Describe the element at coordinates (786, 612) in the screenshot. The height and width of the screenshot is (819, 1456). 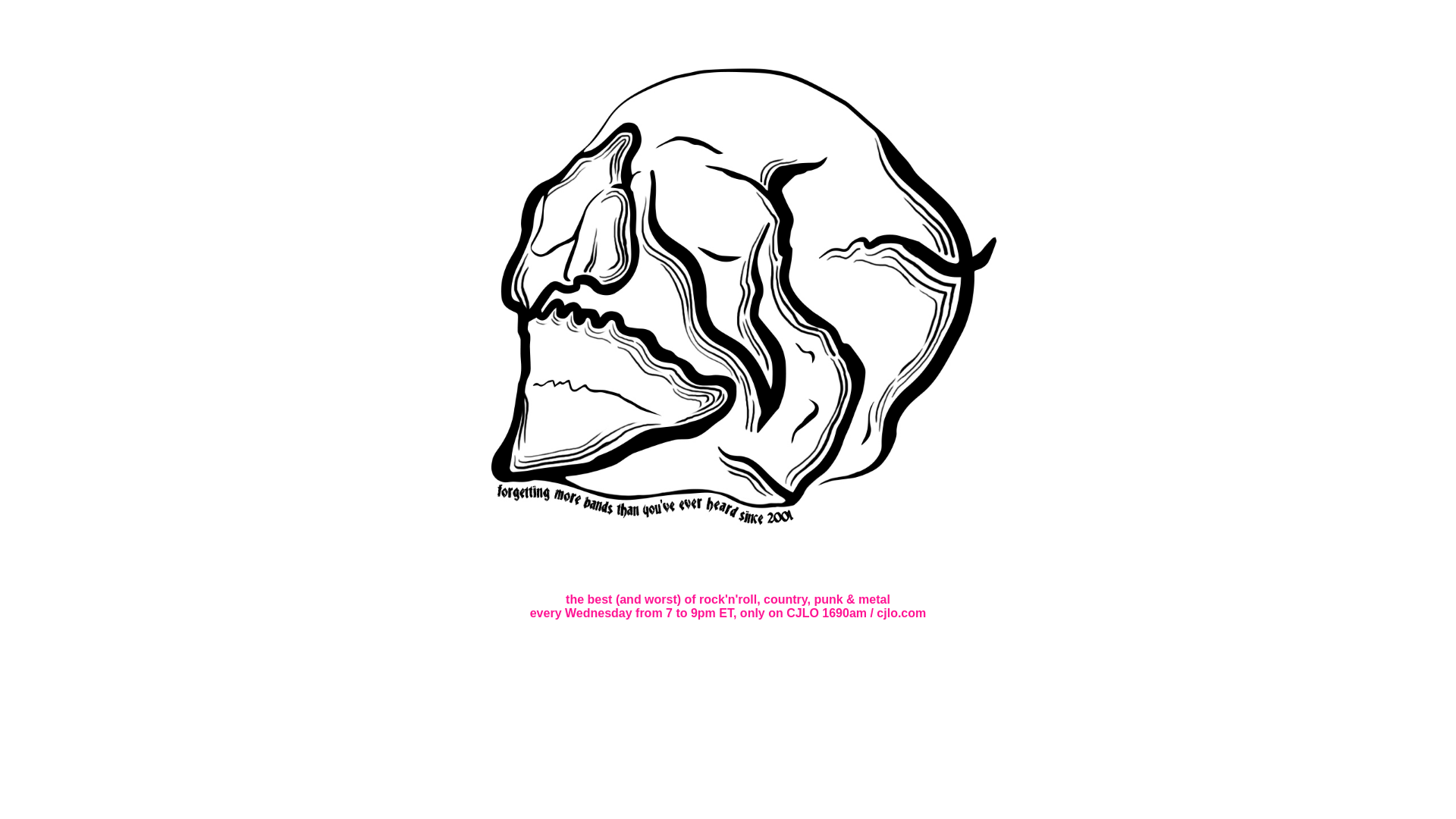
I see `'CJLO 1690am / cjlo.com'` at that location.